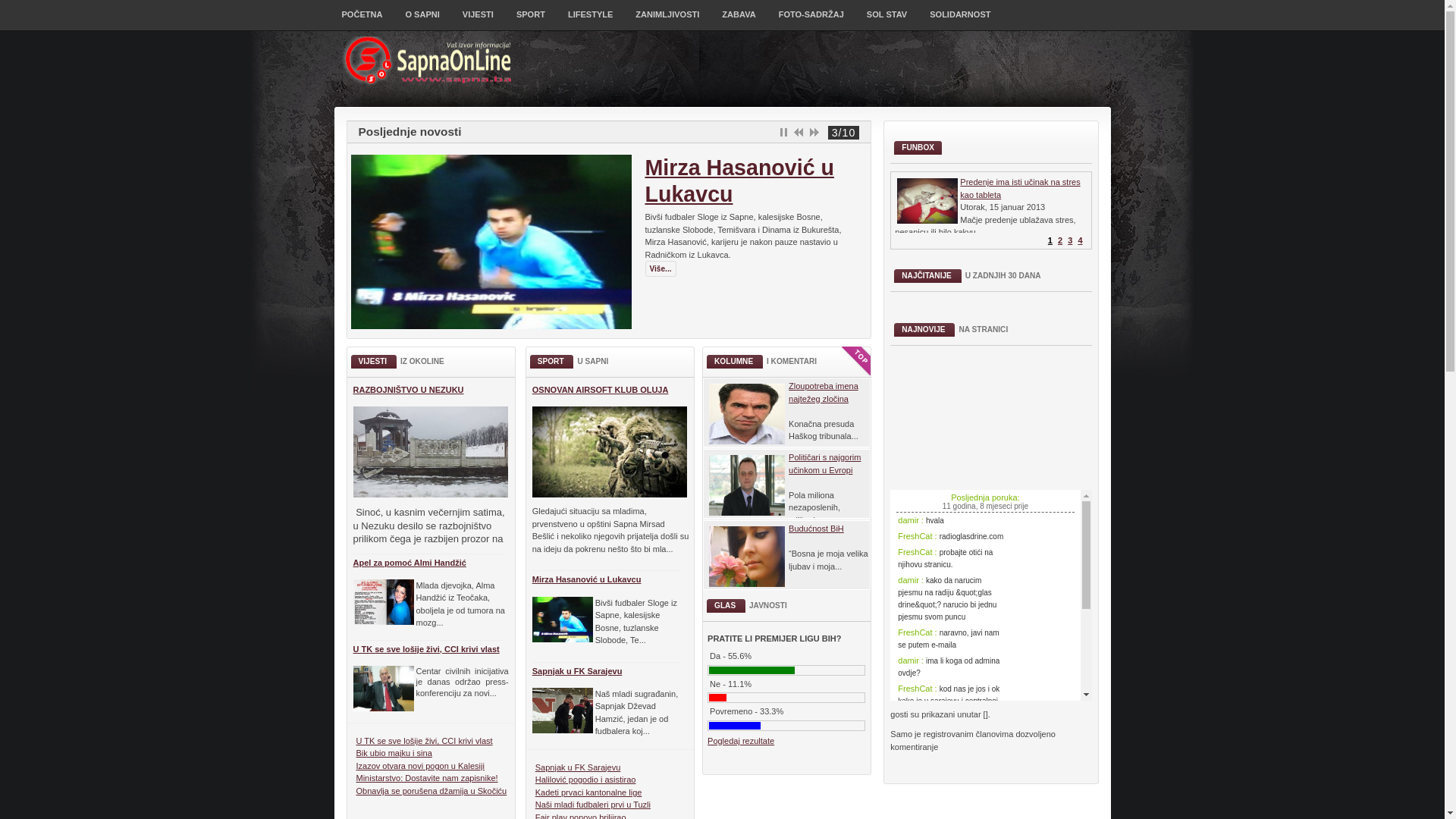 The width and height of the screenshot is (1456, 819). What do you see at coordinates (739, 20) in the screenshot?
I see `'ZABAVA'` at bounding box center [739, 20].